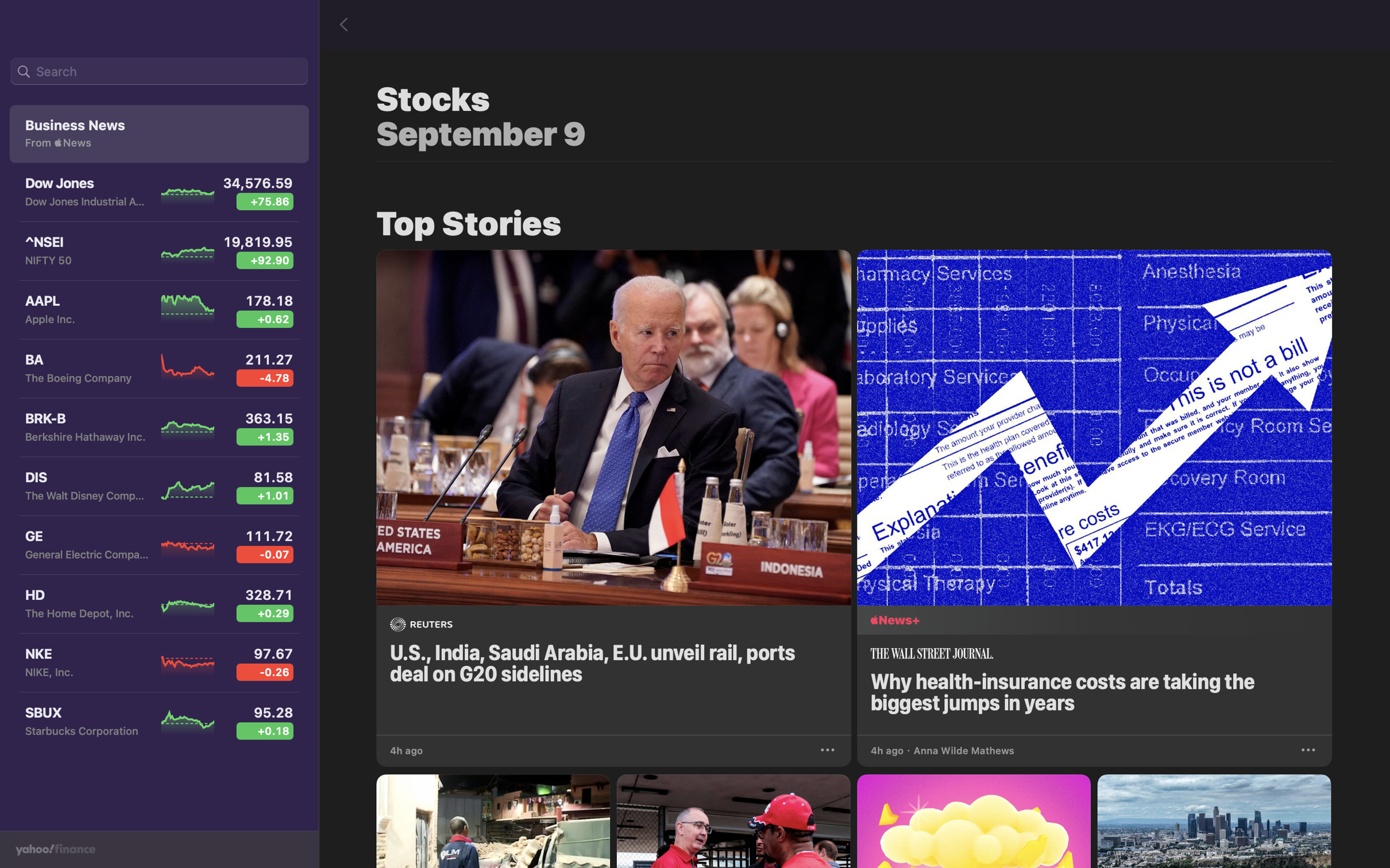  Describe the element at coordinates (829, 748) in the screenshot. I see `Keep a copy of the G20 news item` at that location.